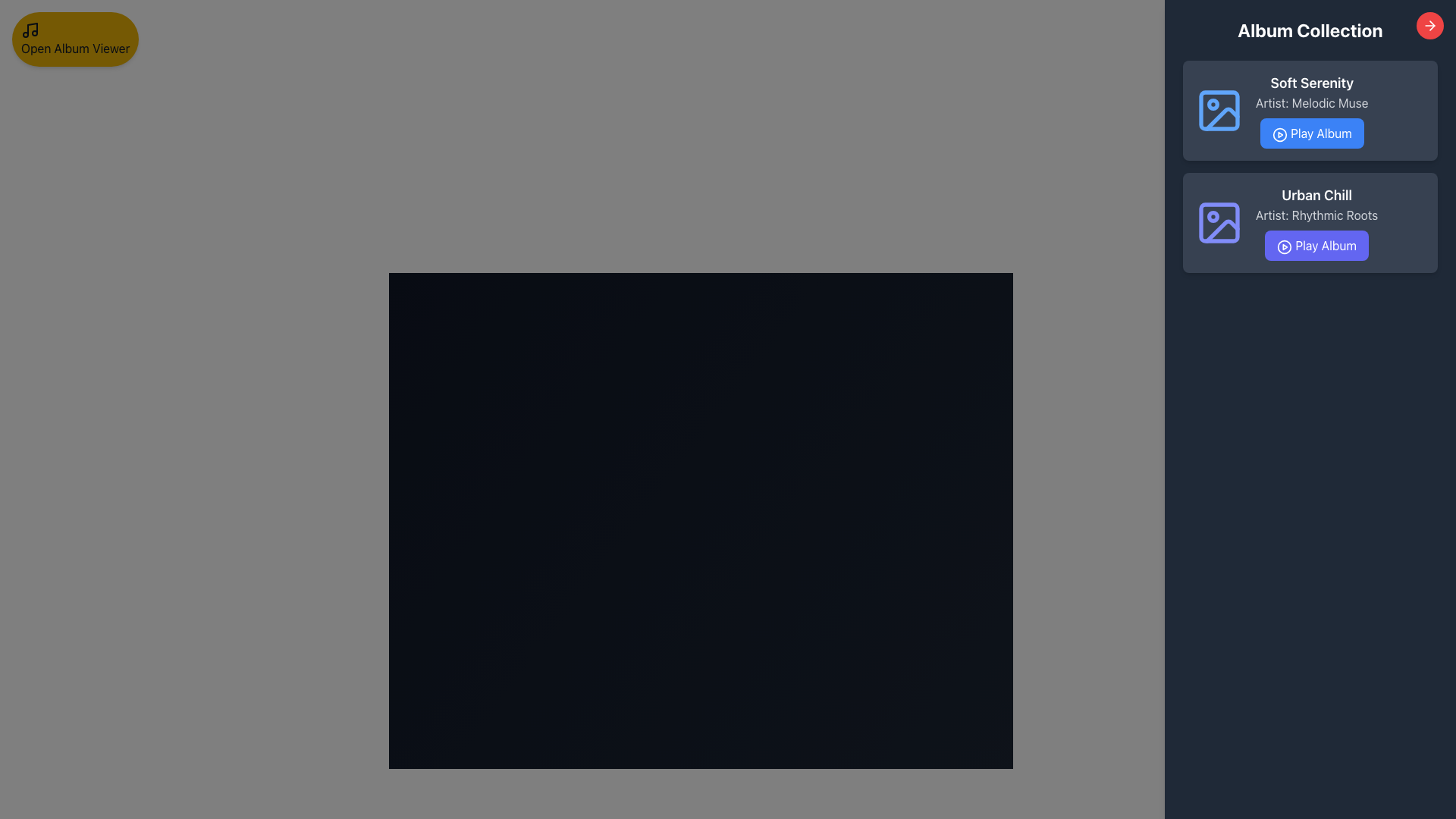 The width and height of the screenshot is (1456, 819). What do you see at coordinates (1316, 222) in the screenshot?
I see `the 'Play Album' button of the album 'Urban Chill' by 'Rhythmic Roots'` at bounding box center [1316, 222].